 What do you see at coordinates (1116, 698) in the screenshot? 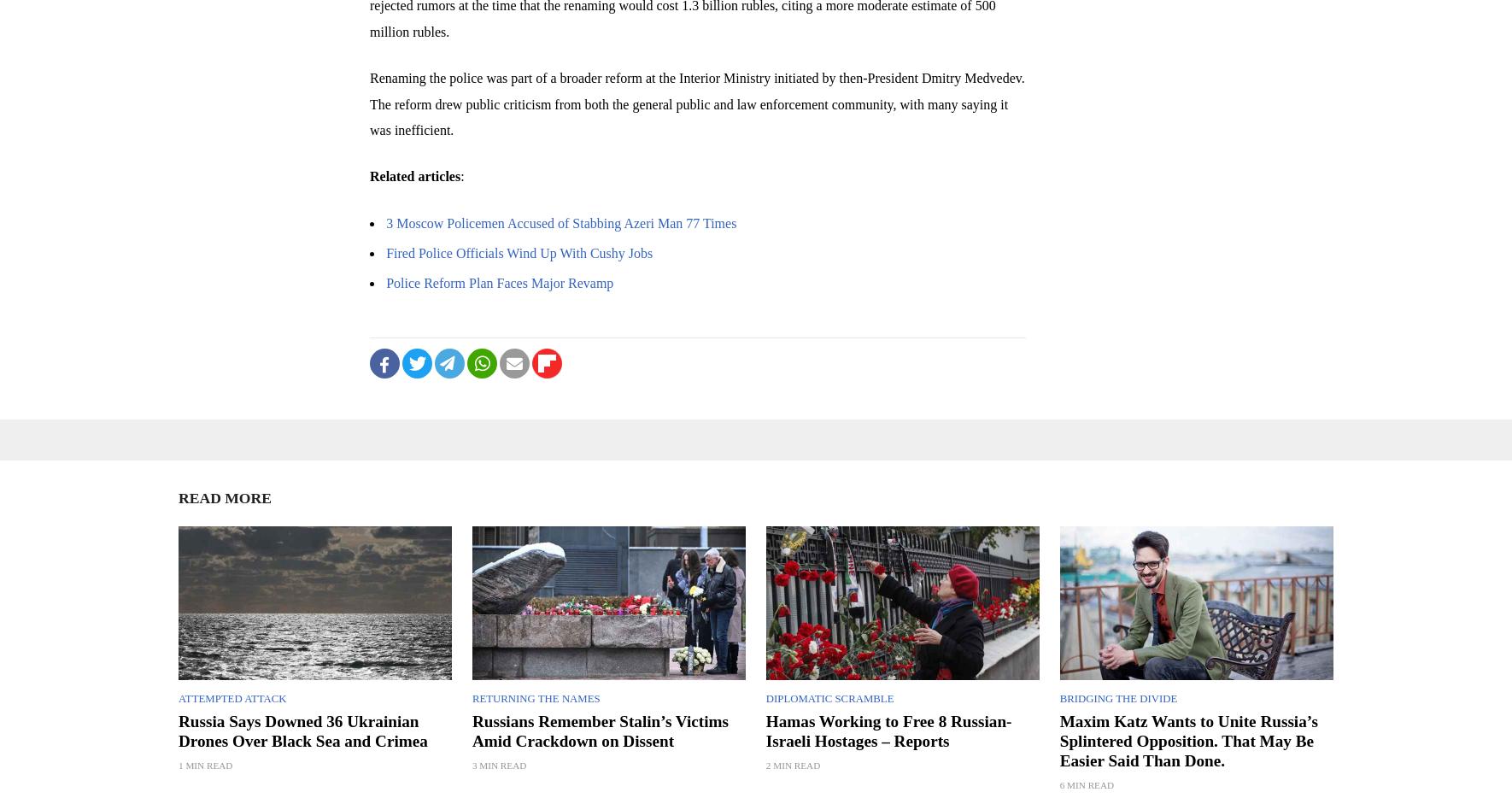
I see `'Bridging the divide'` at bounding box center [1116, 698].